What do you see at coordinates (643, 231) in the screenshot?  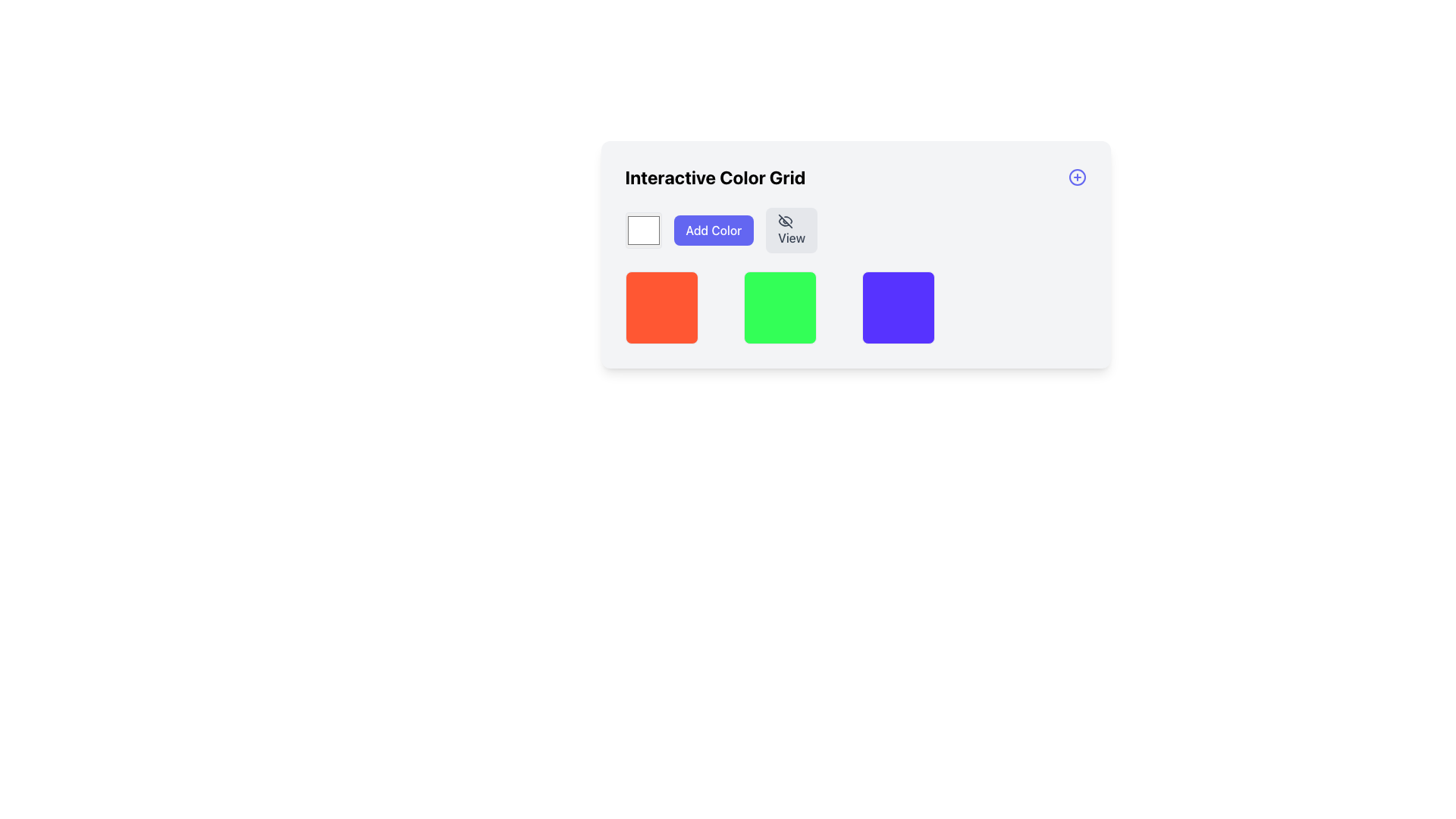 I see `the first element in the horizontal row of UI elements, which is the Color Picker` at bounding box center [643, 231].